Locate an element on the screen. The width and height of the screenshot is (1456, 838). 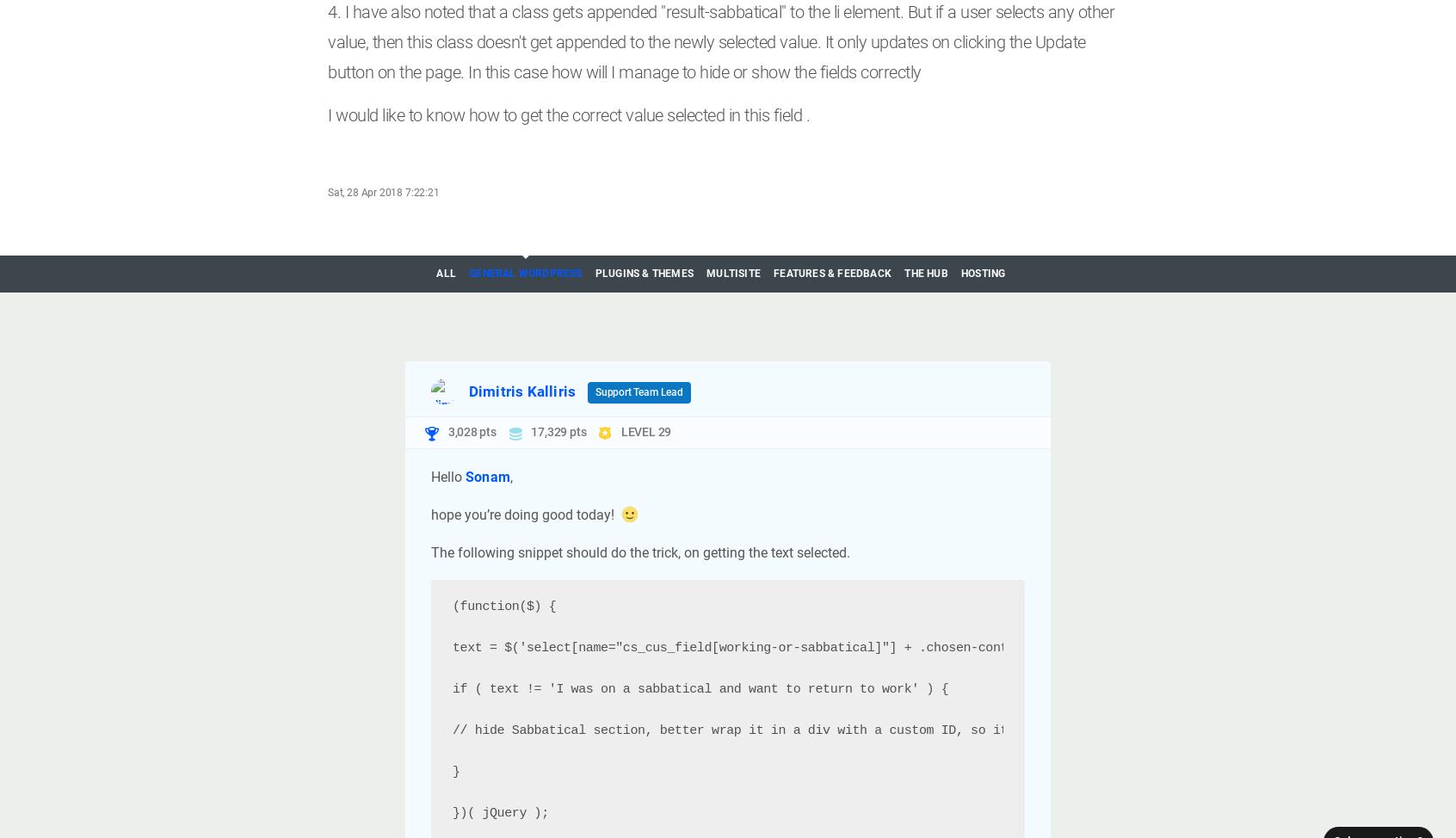
'})( jQuery );' is located at coordinates (499, 812).